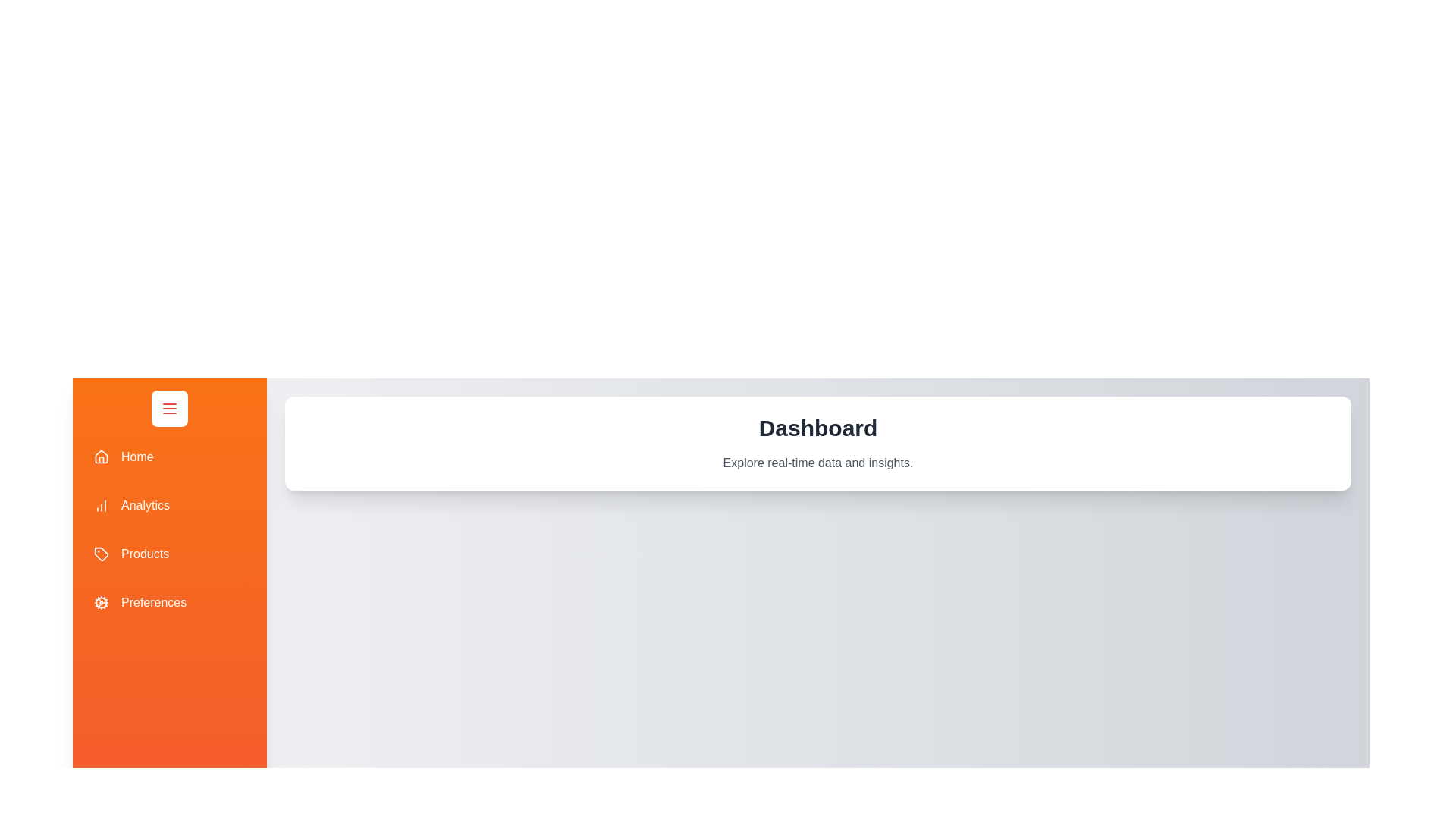 The height and width of the screenshot is (819, 1456). Describe the element at coordinates (170, 408) in the screenshot. I see `the menu button to toggle the drawer open or close` at that location.